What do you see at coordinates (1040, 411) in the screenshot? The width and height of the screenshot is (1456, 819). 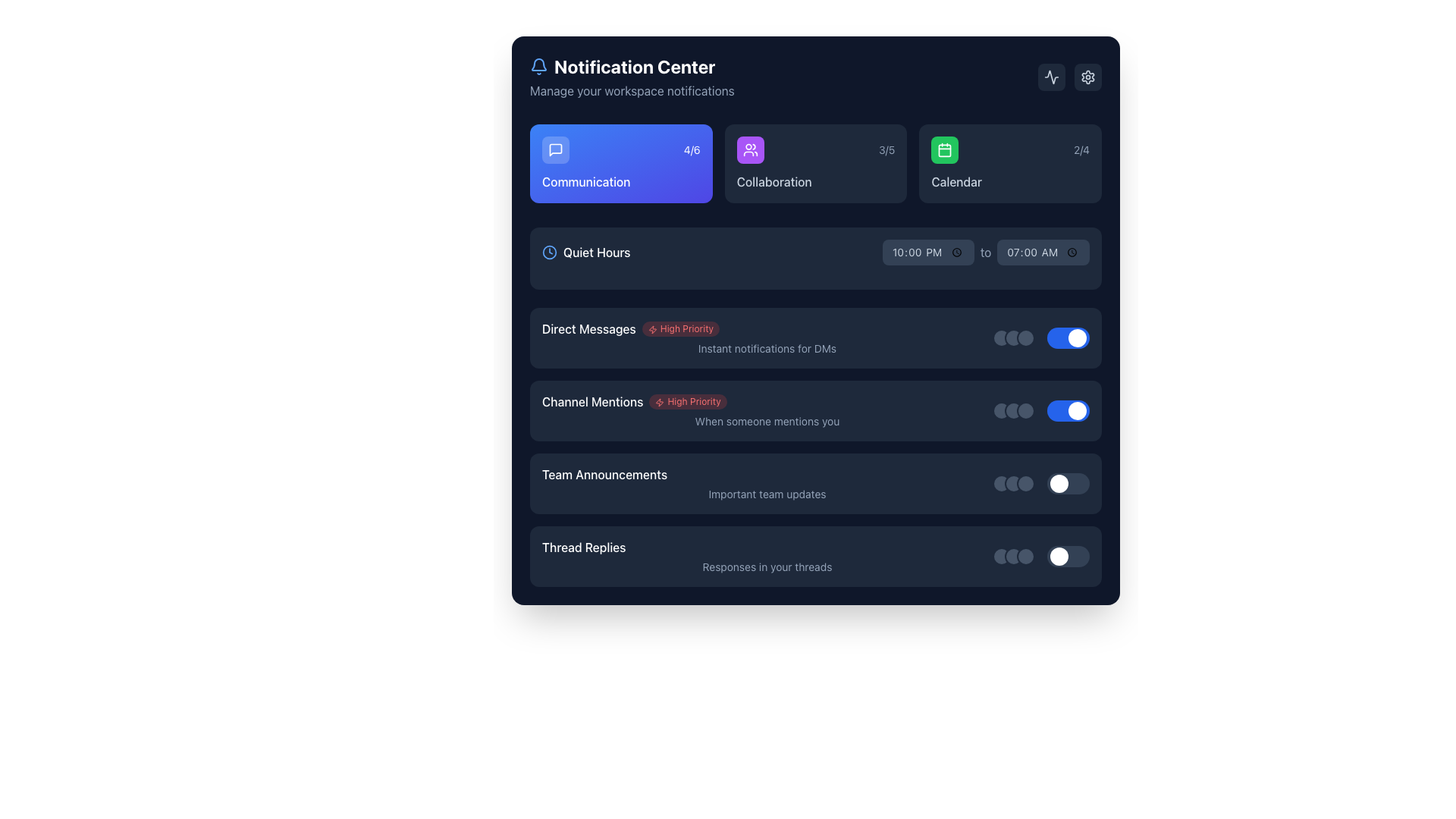 I see `the blue toggle switch in the 'Channel Mentions' section` at bounding box center [1040, 411].